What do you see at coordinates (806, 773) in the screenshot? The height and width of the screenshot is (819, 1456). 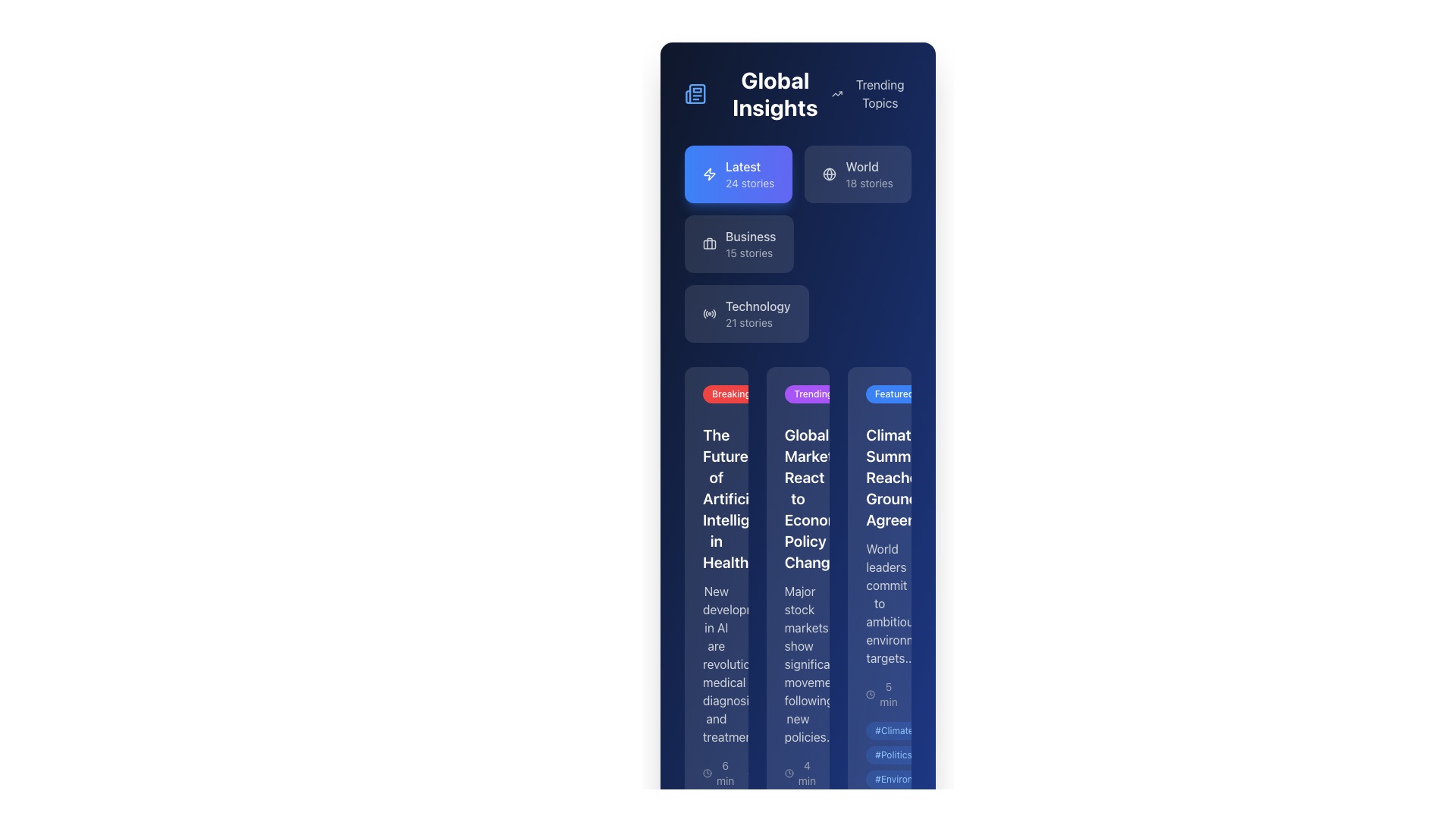 I see `the content of the Text Label that informs users about the estimated reading duration, located at the bottom of the card about market reactions to economic policy changes` at bounding box center [806, 773].